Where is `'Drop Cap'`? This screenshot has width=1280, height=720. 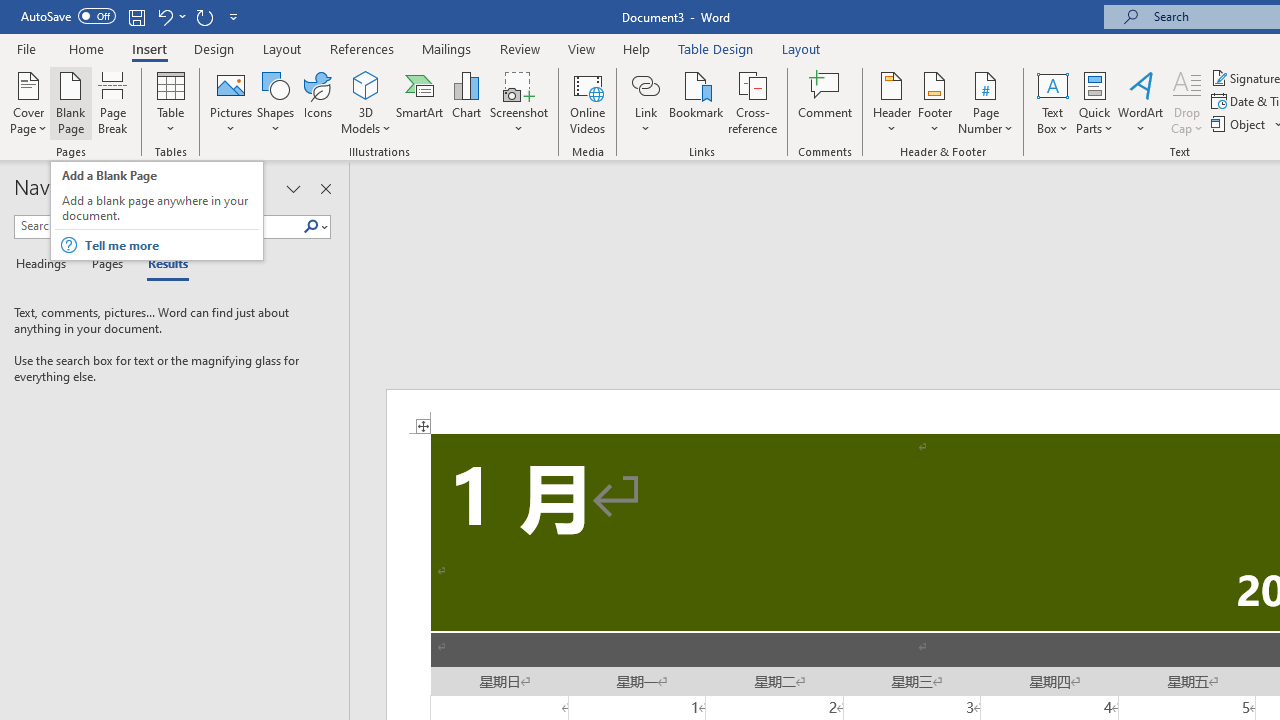 'Drop Cap' is located at coordinates (1187, 103).